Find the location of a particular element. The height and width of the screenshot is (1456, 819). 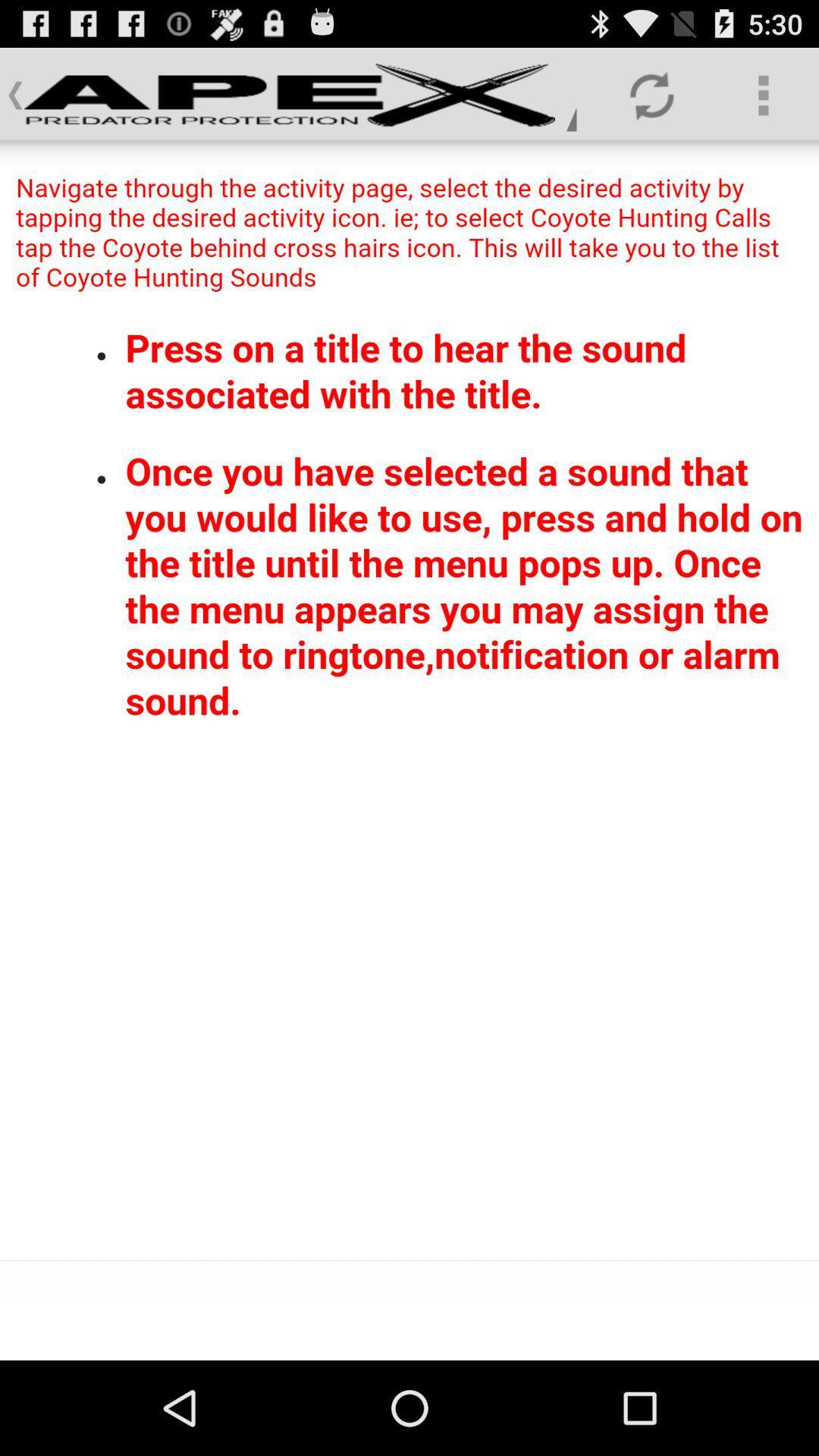

read all is located at coordinates (409, 701).